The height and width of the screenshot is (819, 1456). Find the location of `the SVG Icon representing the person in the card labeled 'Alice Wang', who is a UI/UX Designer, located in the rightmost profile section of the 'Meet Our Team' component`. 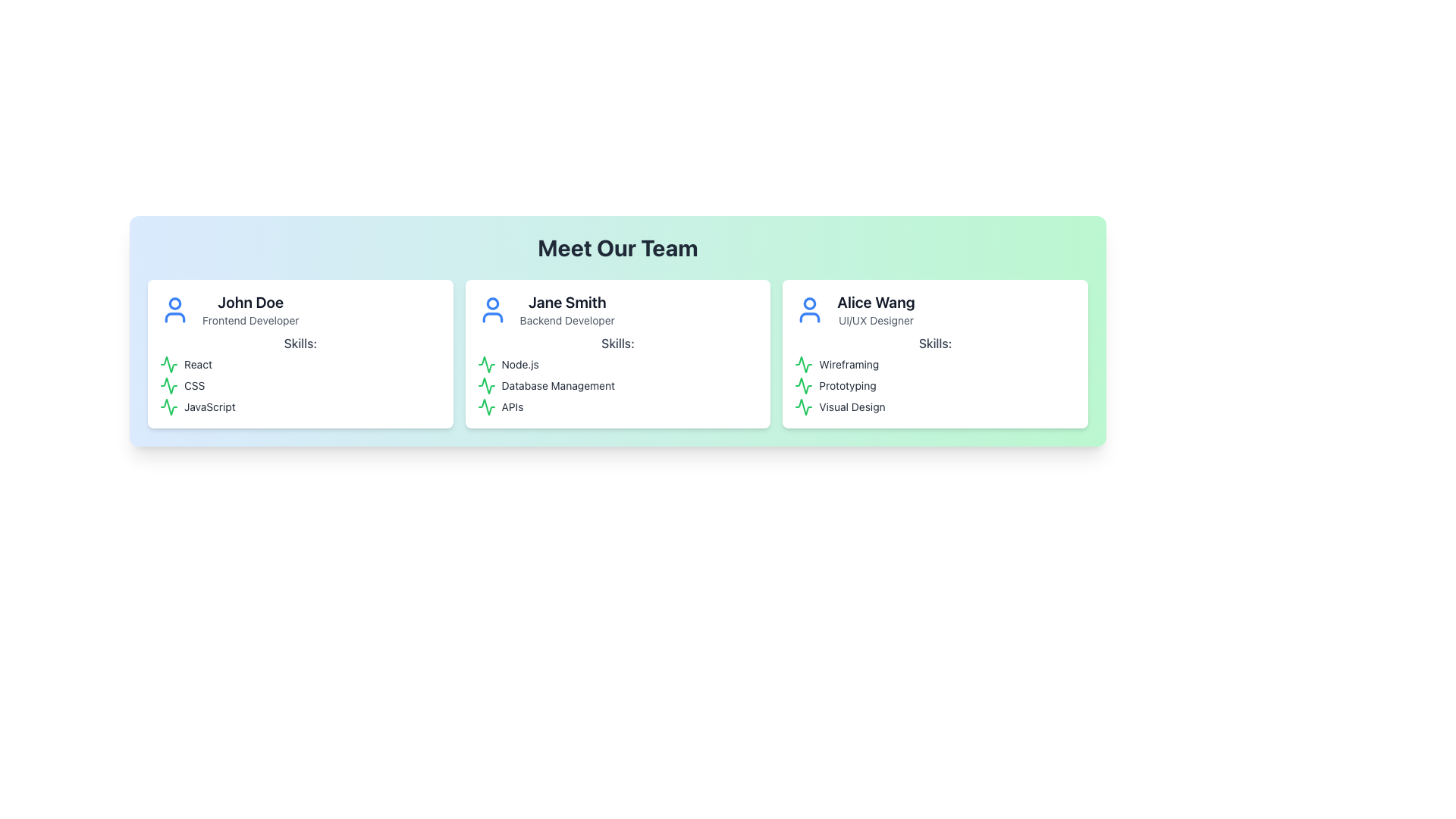

the SVG Icon representing the person in the card labeled 'Alice Wang', who is a UI/UX Designer, located in the rightmost profile section of the 'Meet Our Team' component is located at coordinates (809, 309).